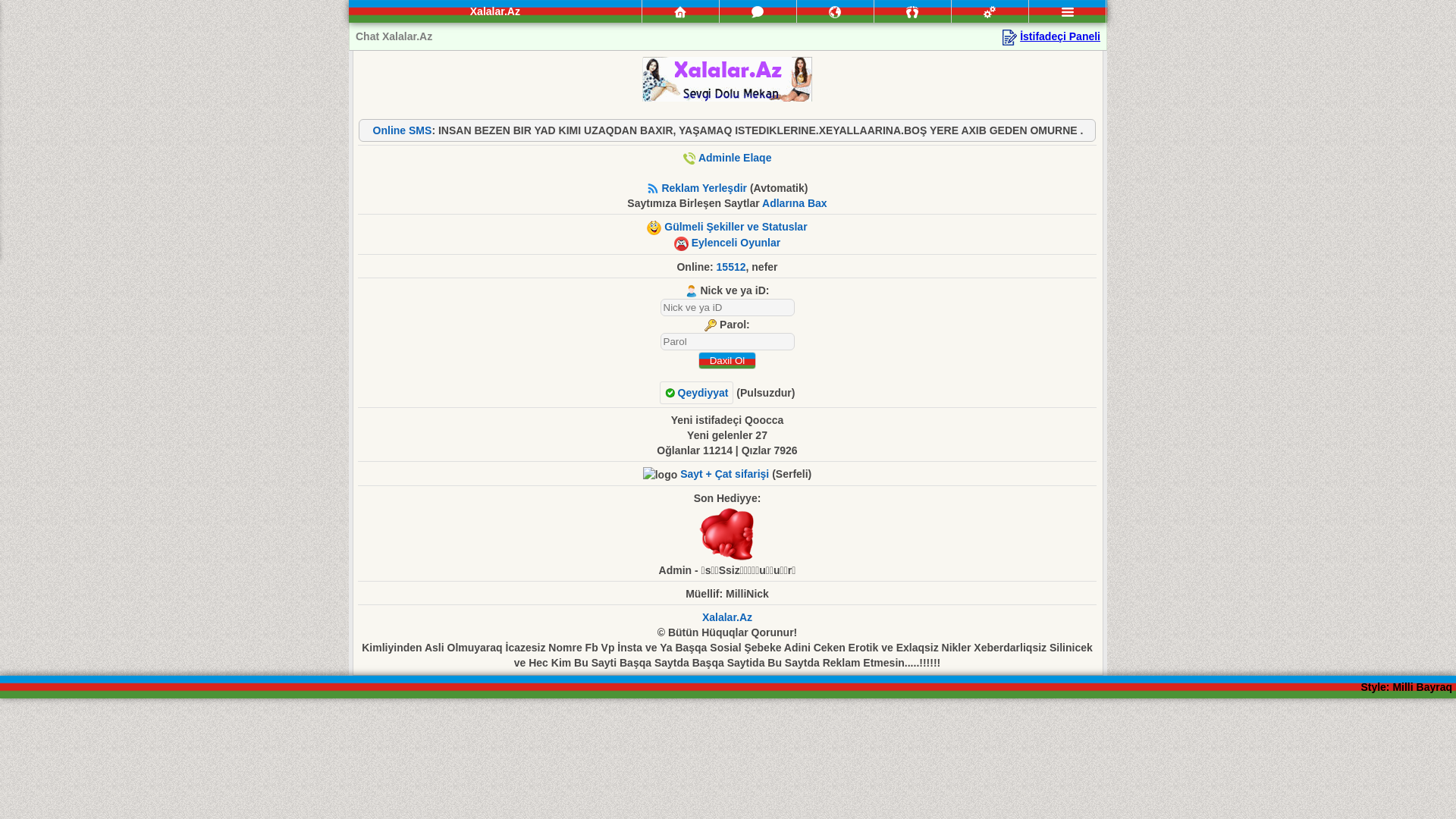  Describe the element at coordinates (726, 307) in the screenshot. I see `'nick'` at that location.